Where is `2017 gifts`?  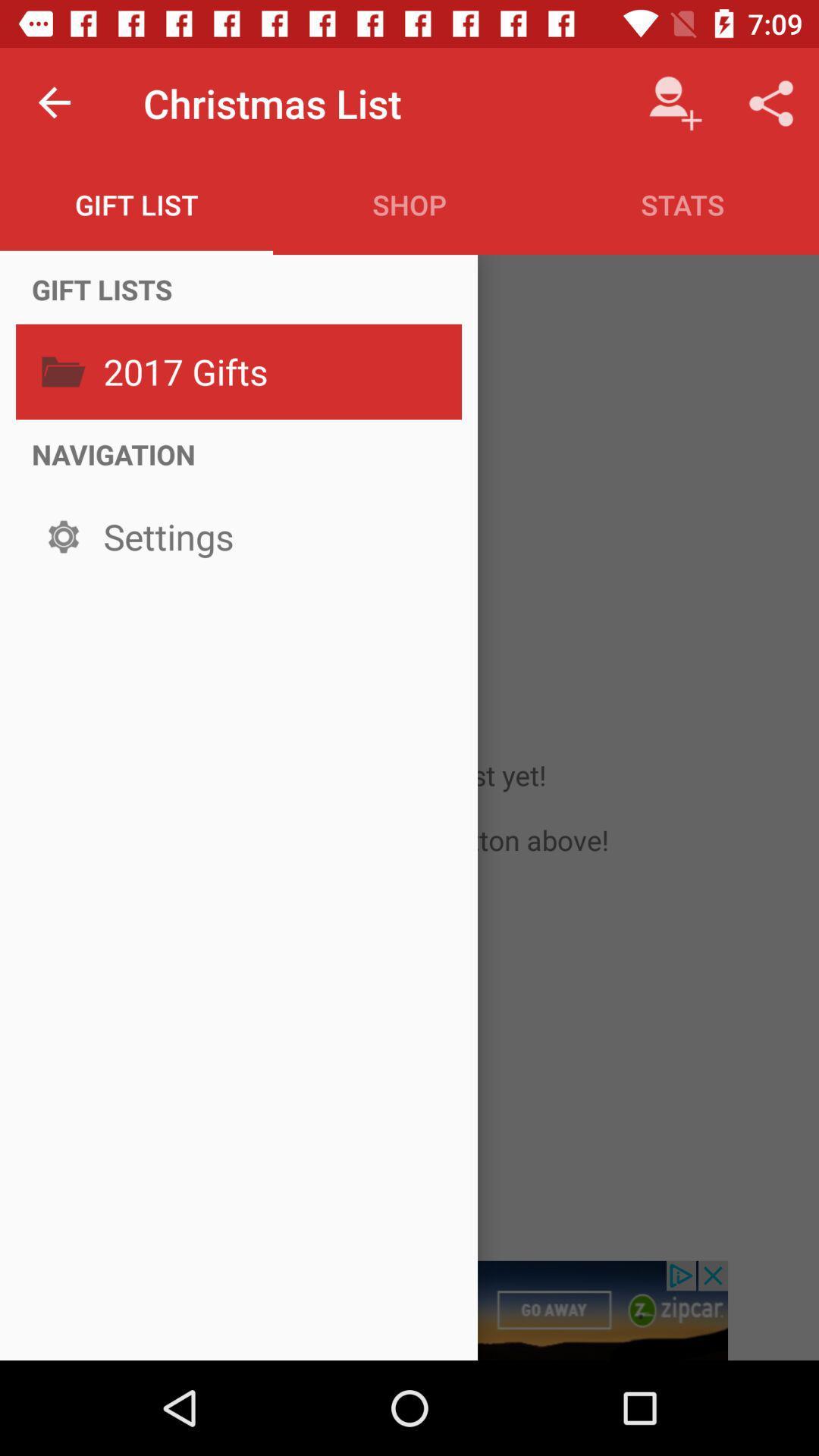
2017 gifts is located at coordinates (278, 372).